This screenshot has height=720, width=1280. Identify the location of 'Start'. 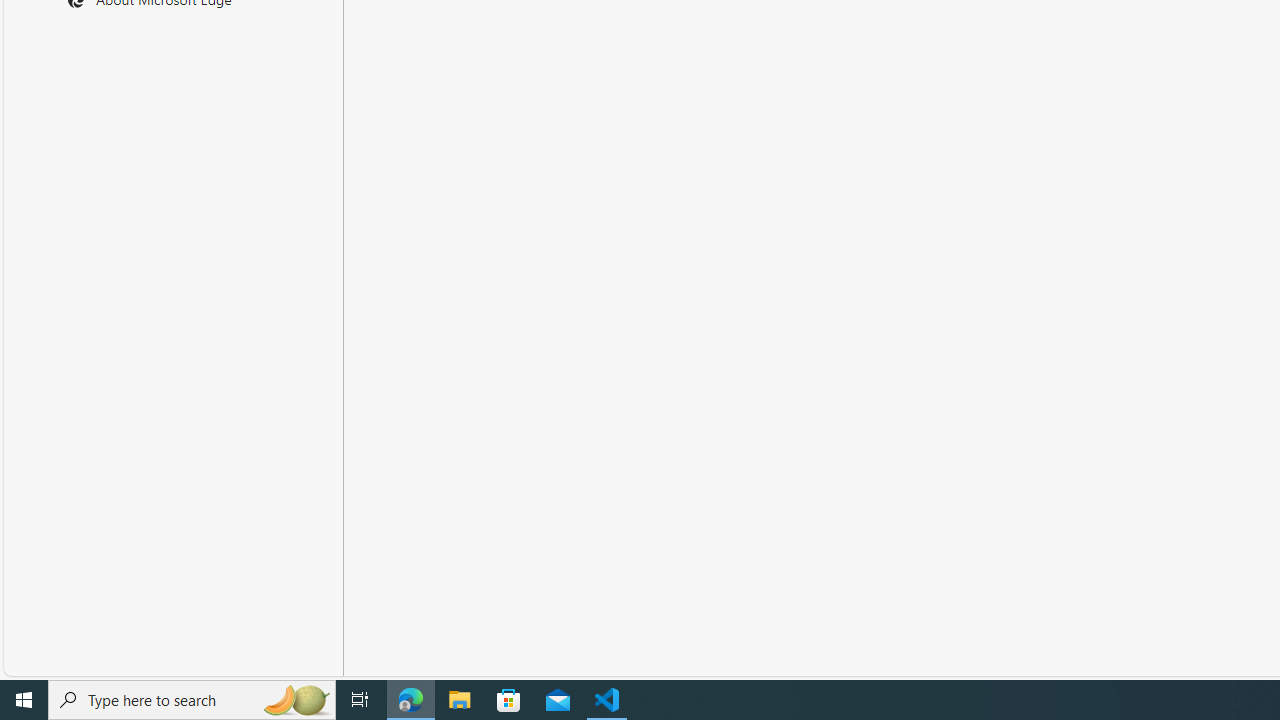
(24, 698).